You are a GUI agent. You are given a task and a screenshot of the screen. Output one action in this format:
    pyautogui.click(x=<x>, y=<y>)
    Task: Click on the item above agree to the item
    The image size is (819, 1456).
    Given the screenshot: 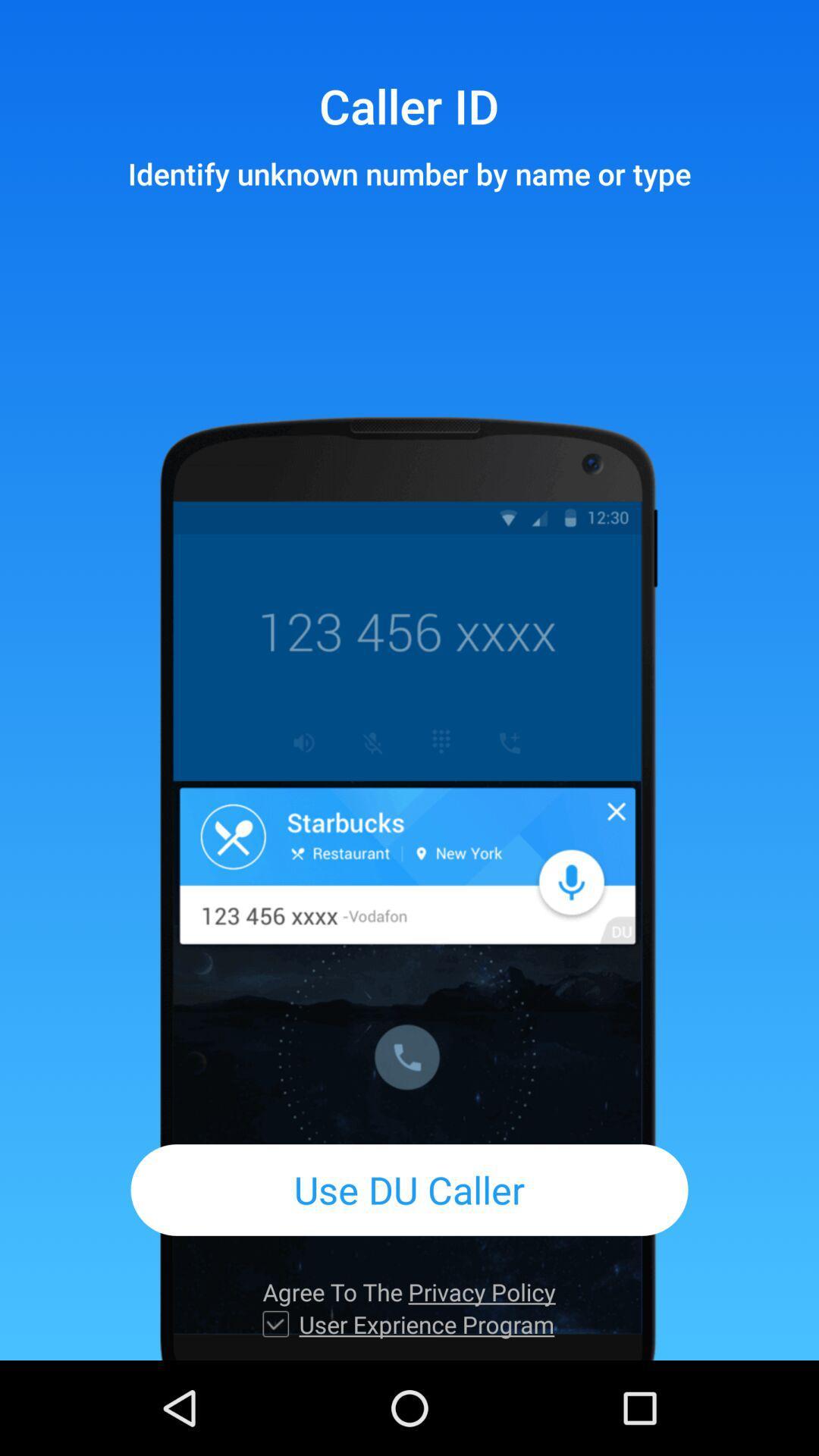 What is the action you would take?
    pyautogui.click(x=409, y=1189)
    